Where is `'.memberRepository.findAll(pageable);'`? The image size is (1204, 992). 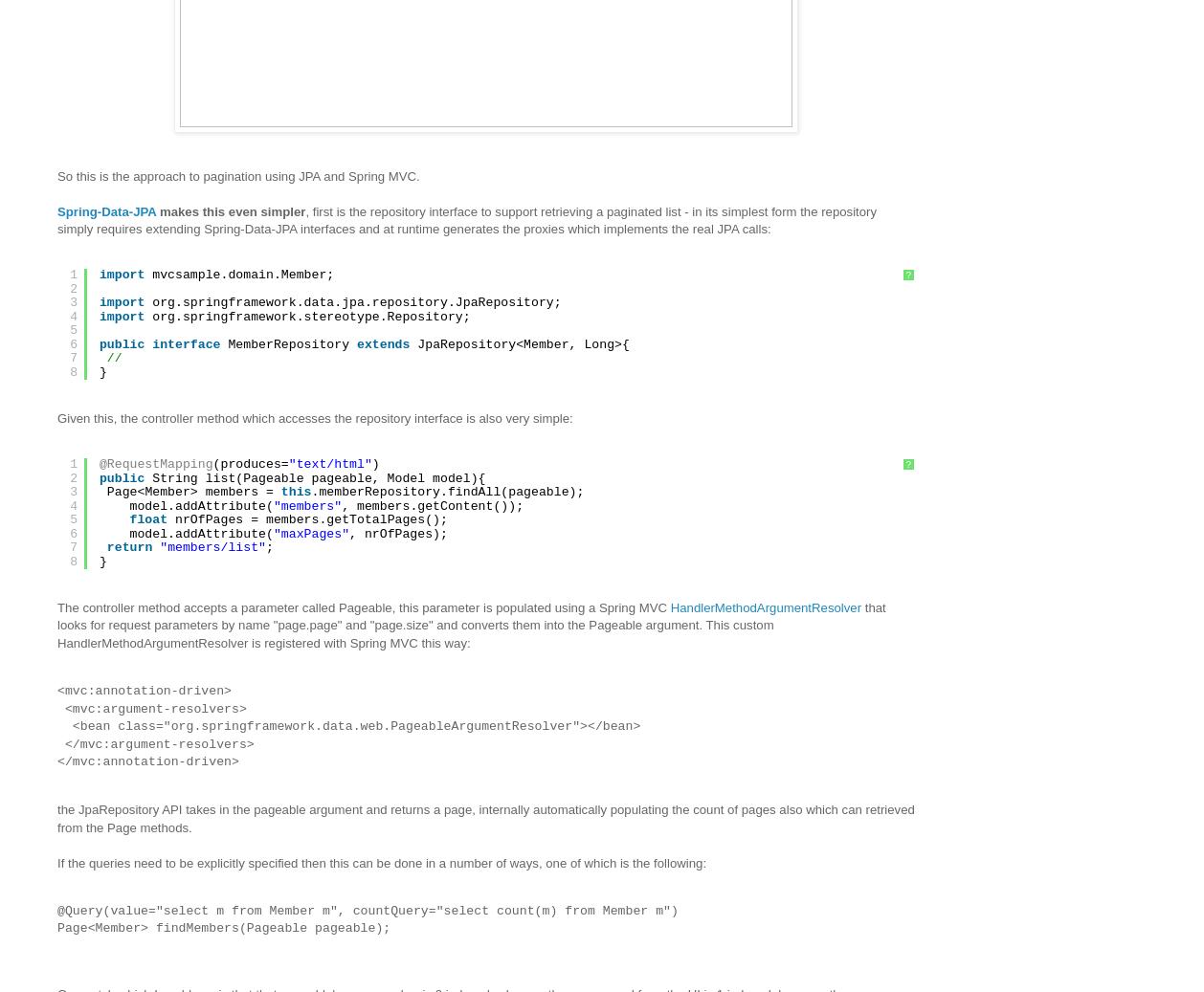
'.memberRepository.findAll(pageable);' is located at coordinates (446, 491).